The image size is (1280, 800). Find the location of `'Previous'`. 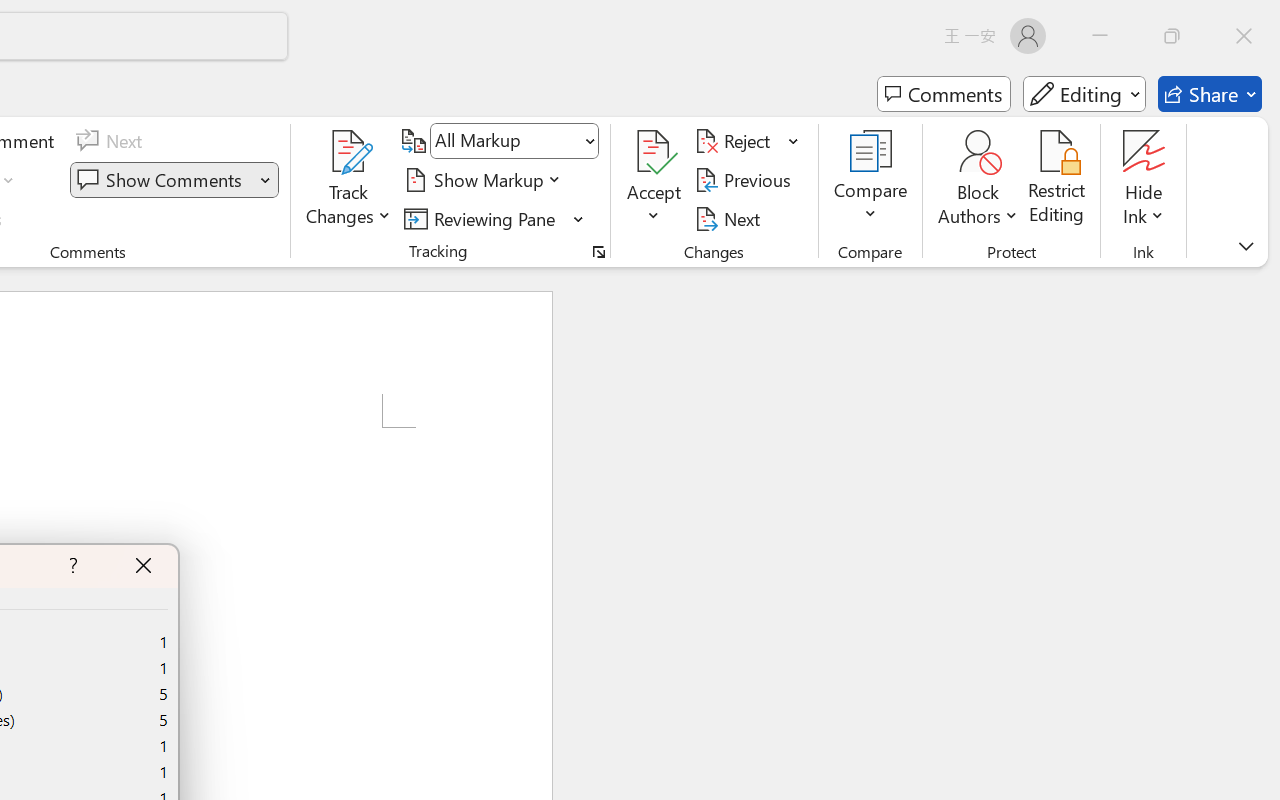

'Previous' is located at coordinates (745, 179).